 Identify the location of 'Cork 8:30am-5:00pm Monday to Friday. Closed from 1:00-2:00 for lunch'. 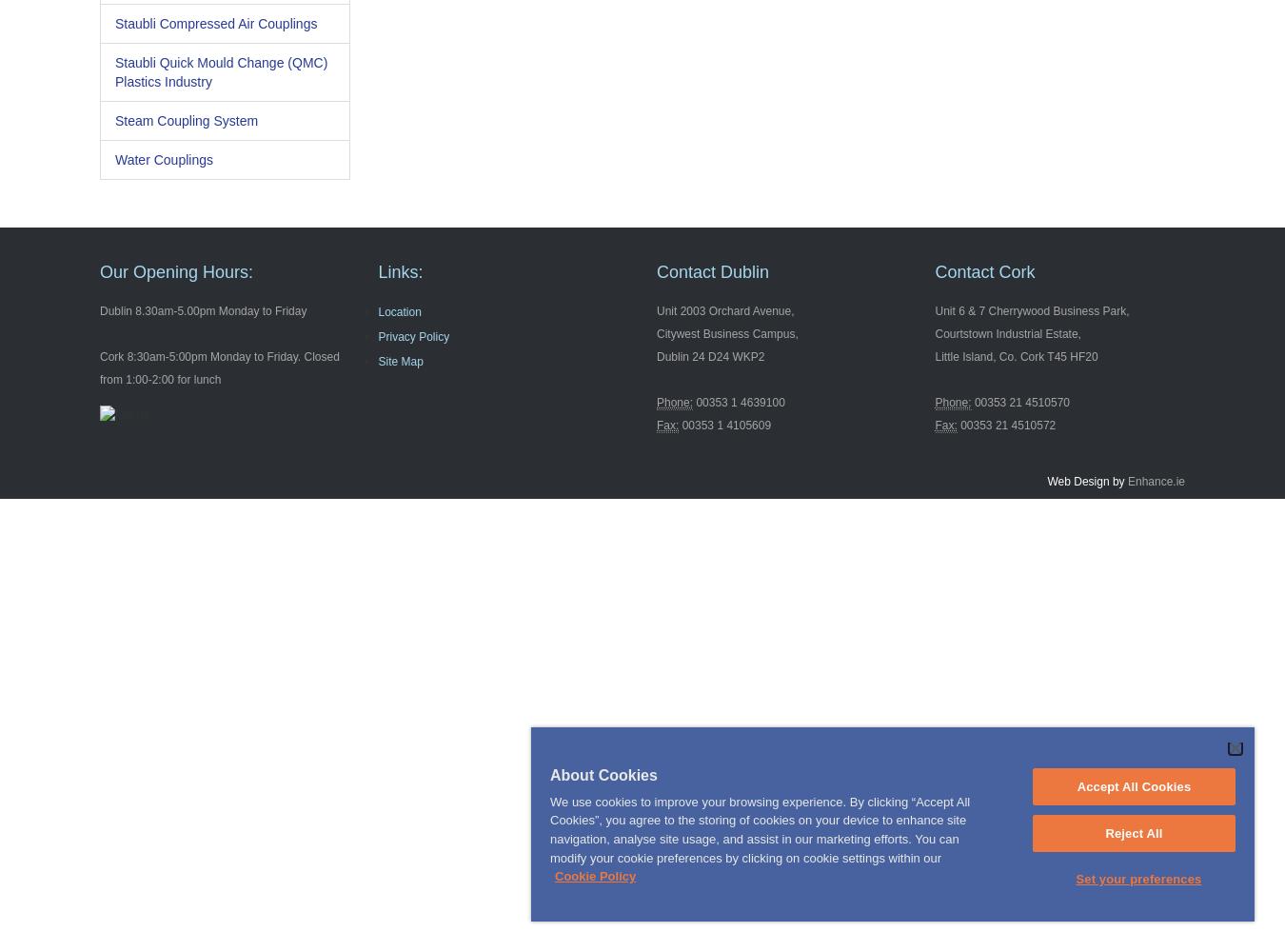
(218, 368).